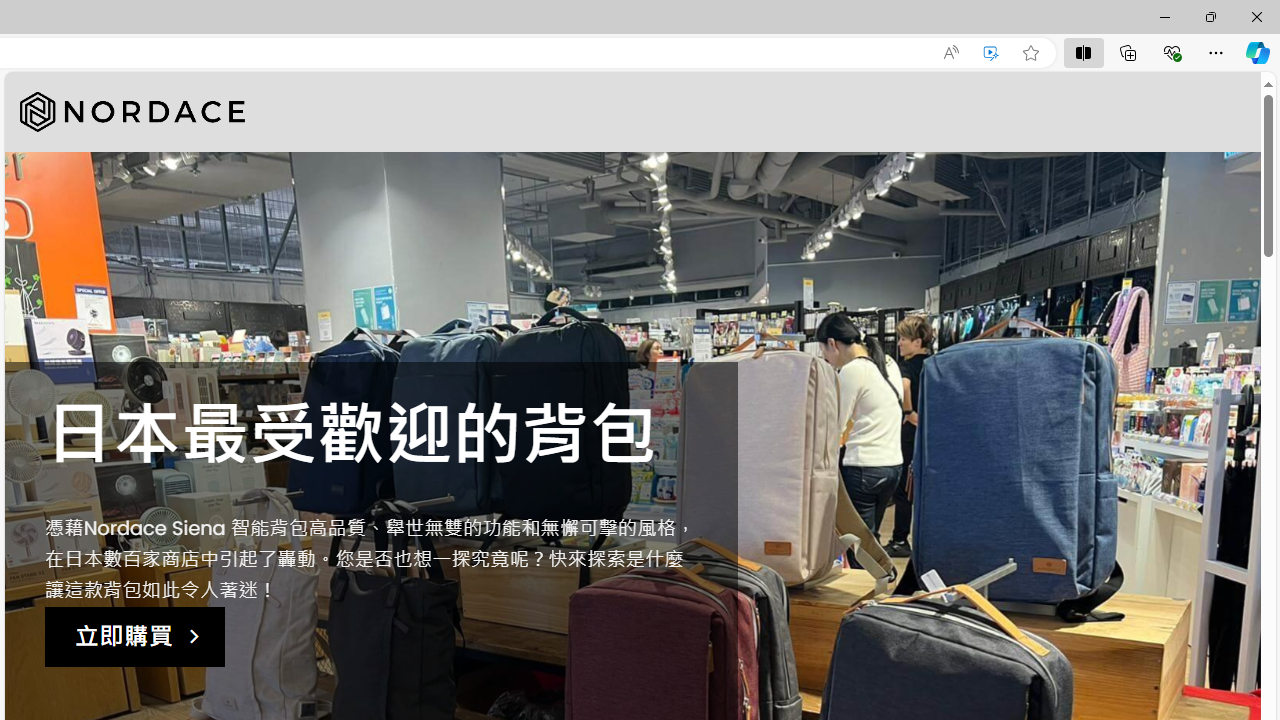 The image size is (1280, 720). I want to click on 'Restore', so click(1209, 16).